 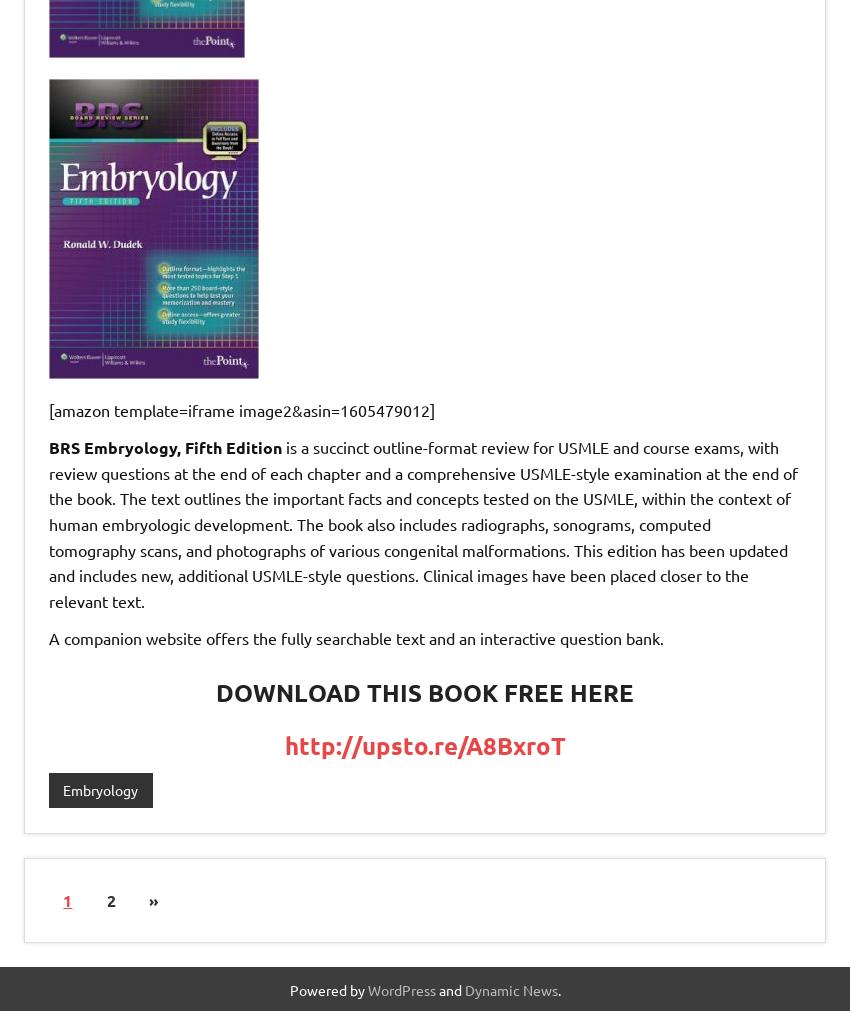 What do you see at coordinates (48, 523) in the screenshot?
I see `'is a succinct outline-format review for USMLE and course exams, with review questions at the end of each chapter and a comprehensive USMLE-style examination at the end of the book. The text outlines the important facts and concepts tested on the USMLE, within the context of human embryologic development. The book also includes radiographs, sonograms, computed tomography scans, and photographs of various congenital malformations. This edition has been updated and includes new, additional USMLE-style questions. Clinical images have been placed closer to the relevant text.'` at bounding box center [48, 523].